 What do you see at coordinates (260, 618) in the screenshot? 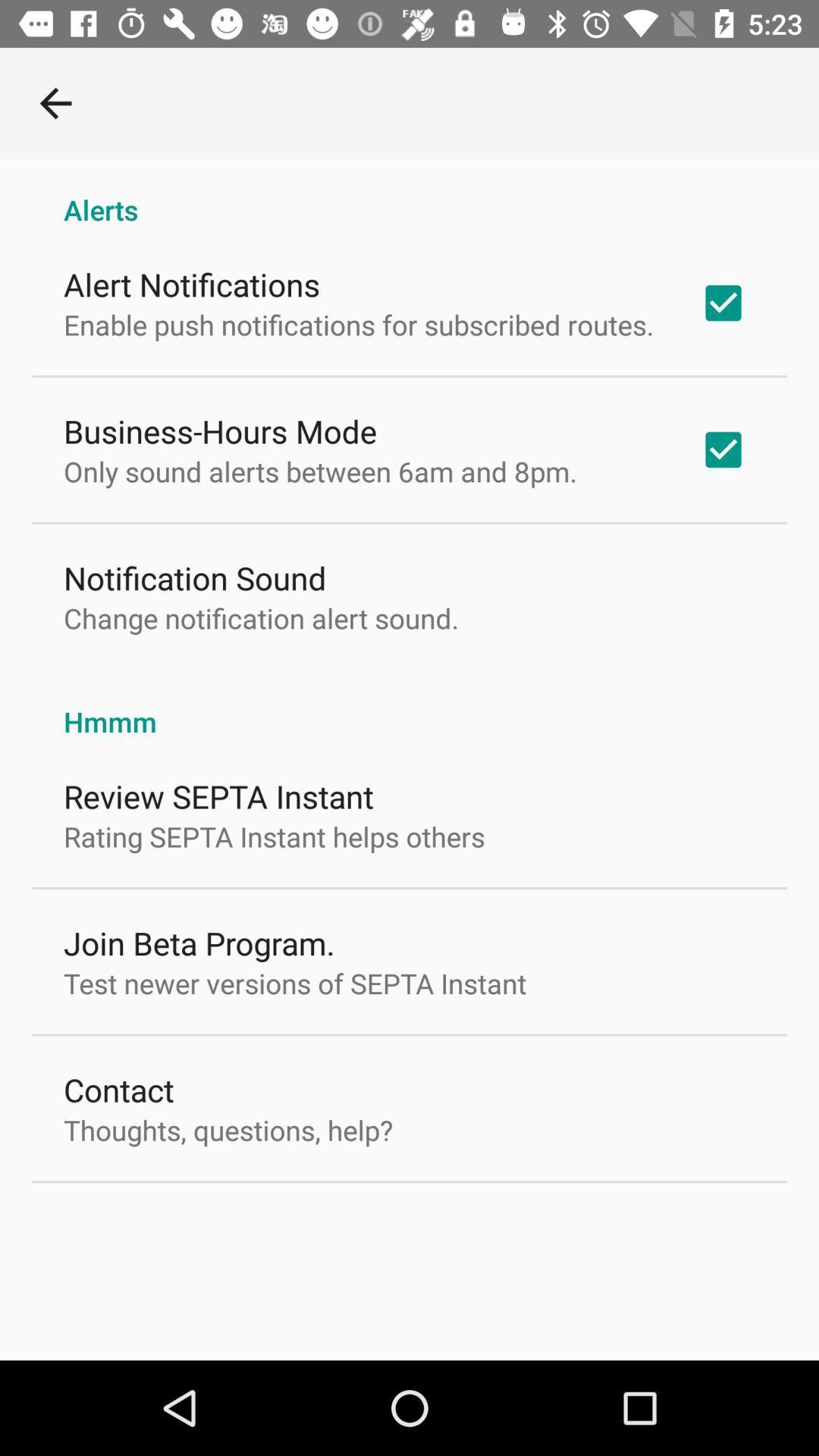
I see `the item above hmmm` at bounding box center [260, 618].